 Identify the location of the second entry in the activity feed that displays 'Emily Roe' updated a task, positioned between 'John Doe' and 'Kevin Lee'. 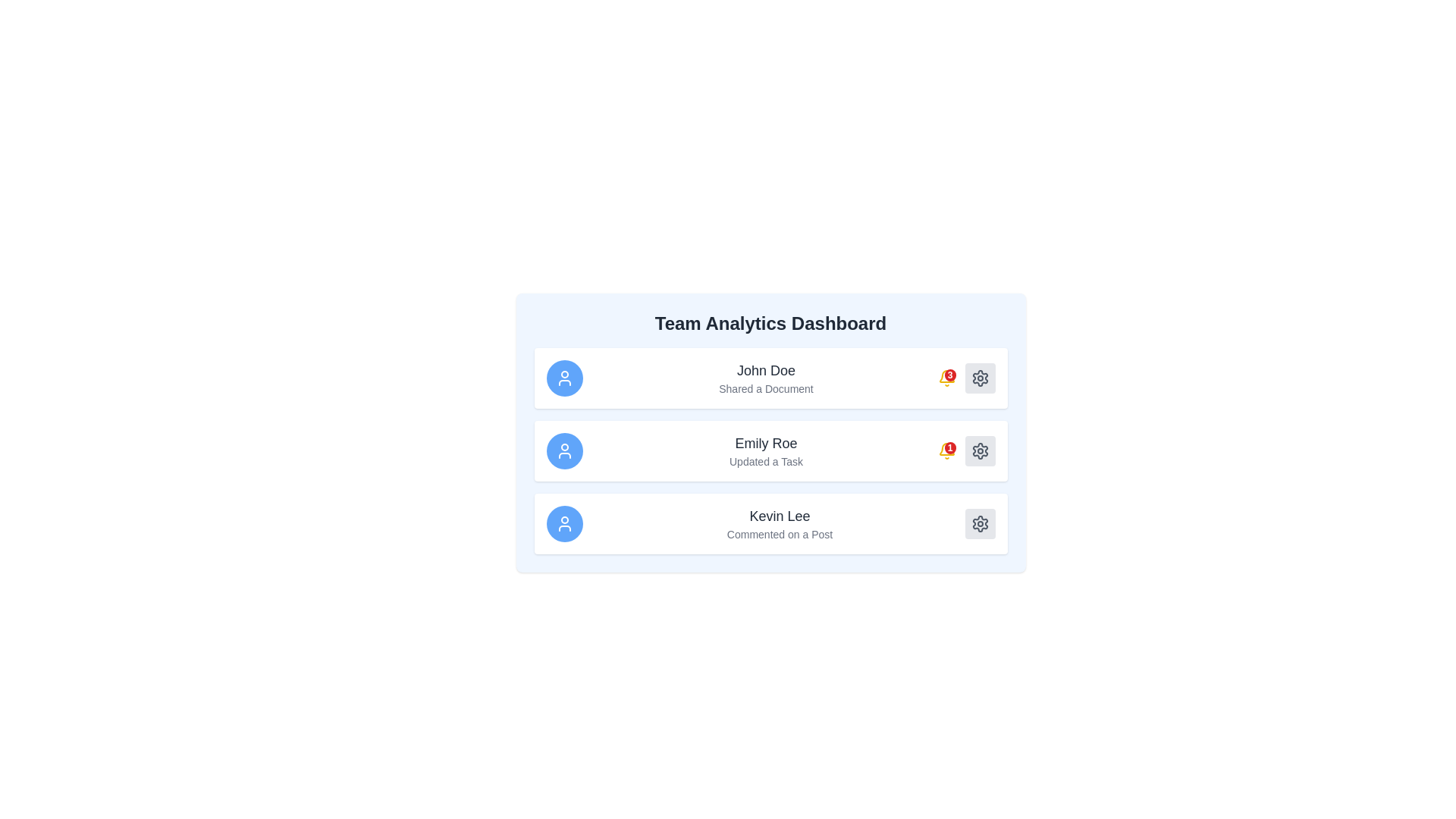
(770, 432).